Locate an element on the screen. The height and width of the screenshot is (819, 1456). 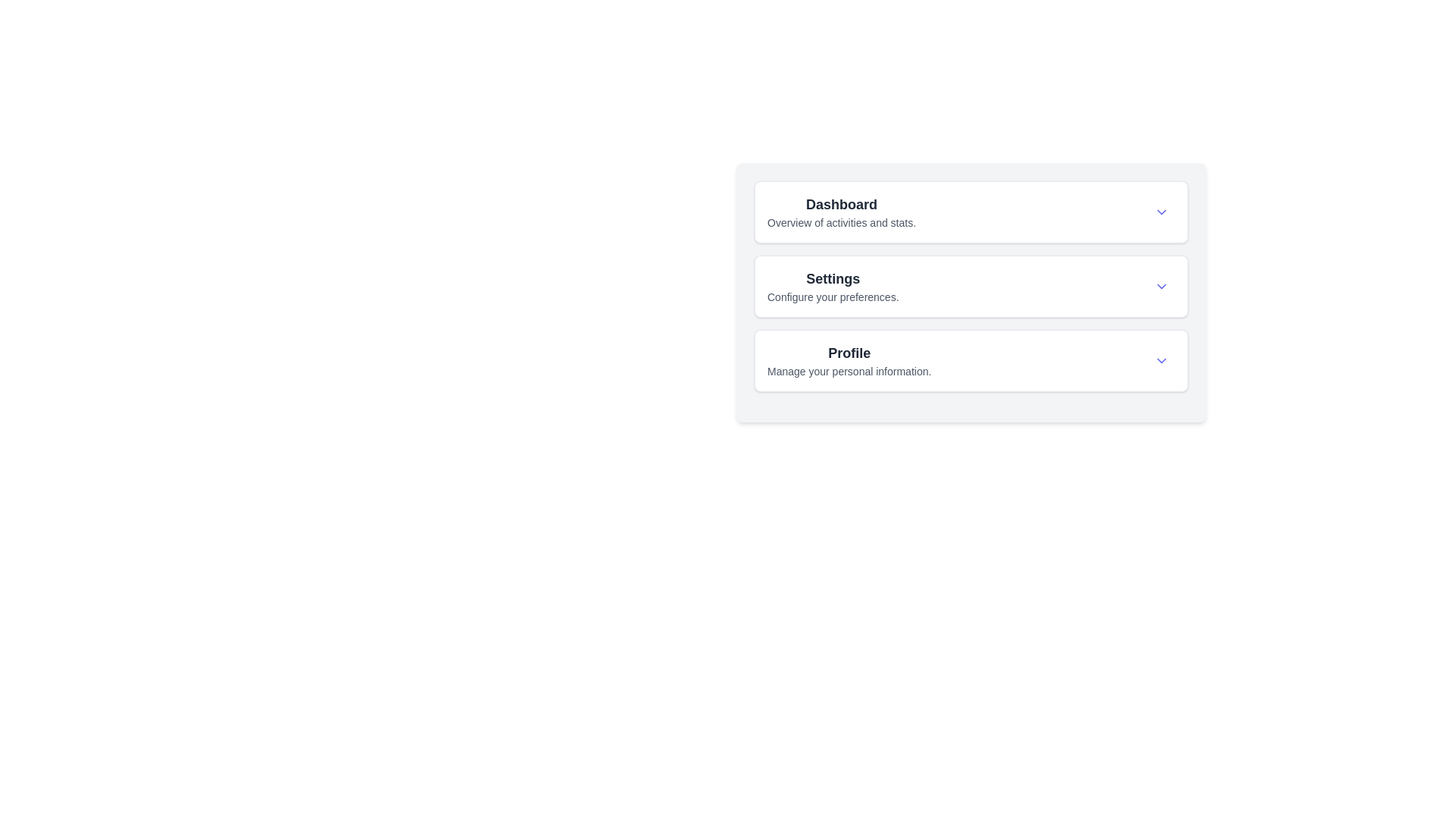
text label that says 'Manage your personal information.' which is styled in a small, gray font and located below the heading 'Profile' is located at coordinates (849, 371).